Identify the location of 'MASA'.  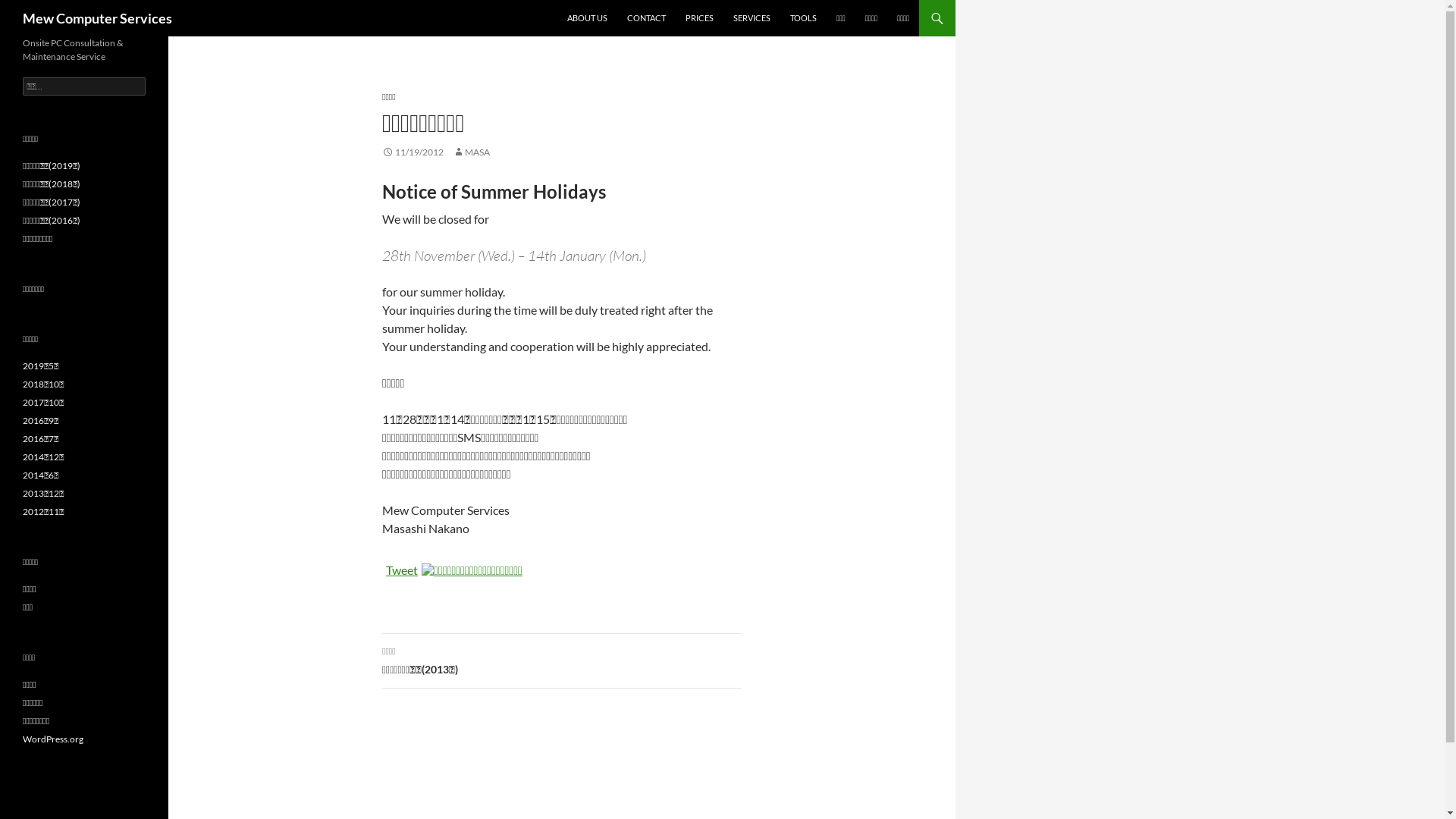
(451, 152).